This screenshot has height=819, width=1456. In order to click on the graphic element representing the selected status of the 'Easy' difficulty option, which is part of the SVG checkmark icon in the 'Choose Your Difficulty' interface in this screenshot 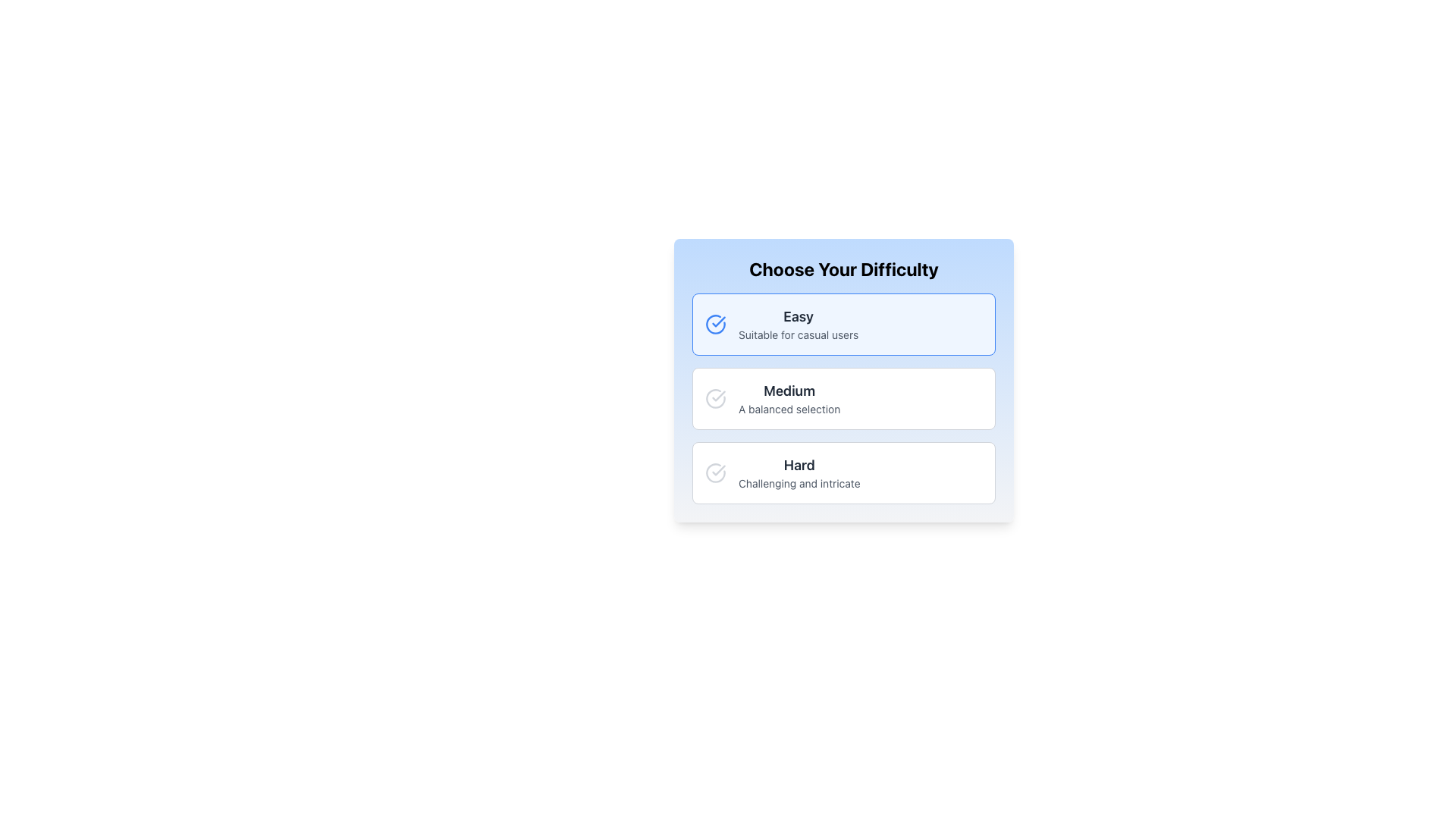, I will do `click(718, 321)`.